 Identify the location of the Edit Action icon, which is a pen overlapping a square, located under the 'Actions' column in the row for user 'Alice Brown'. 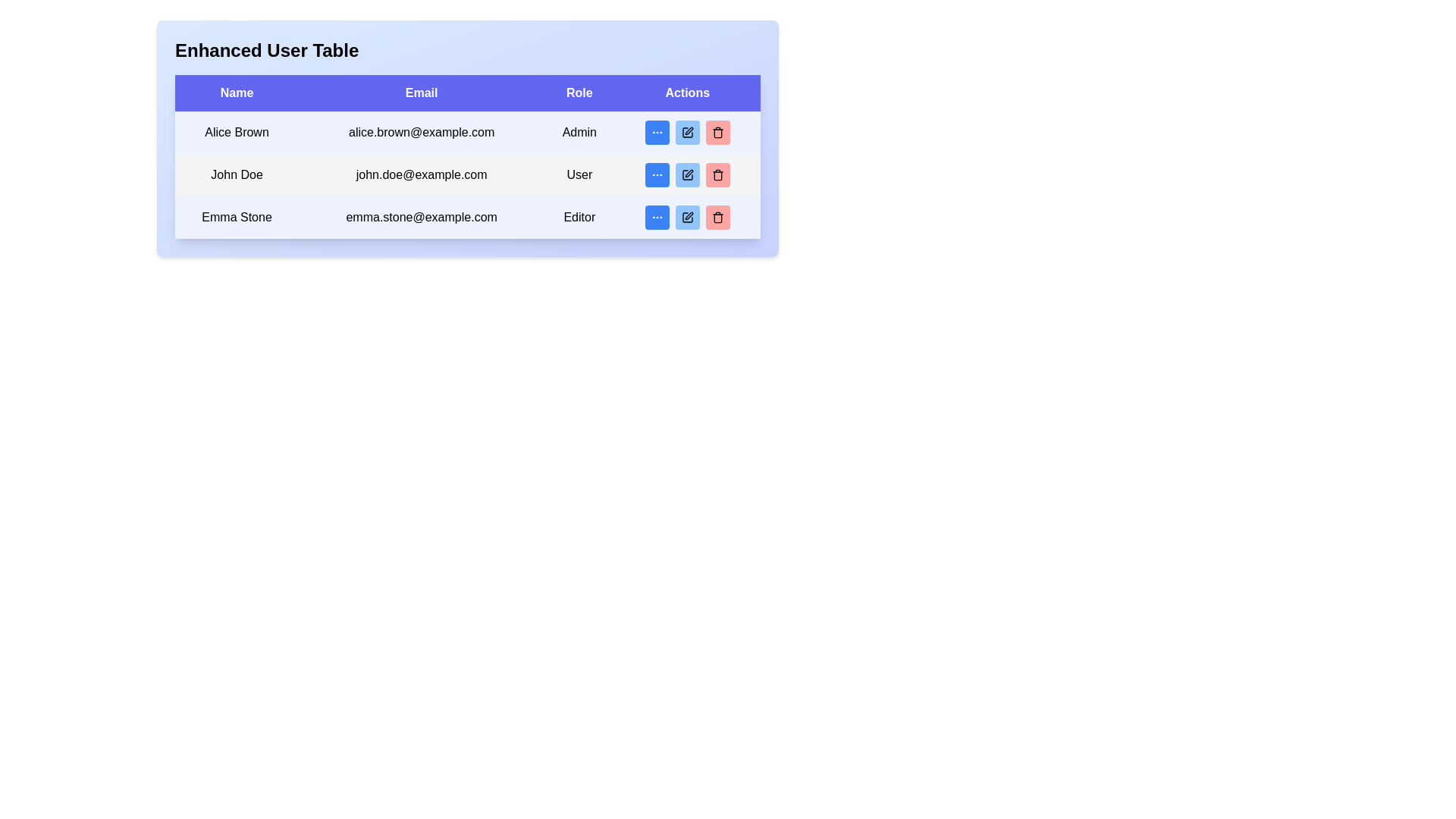
(688, 216).